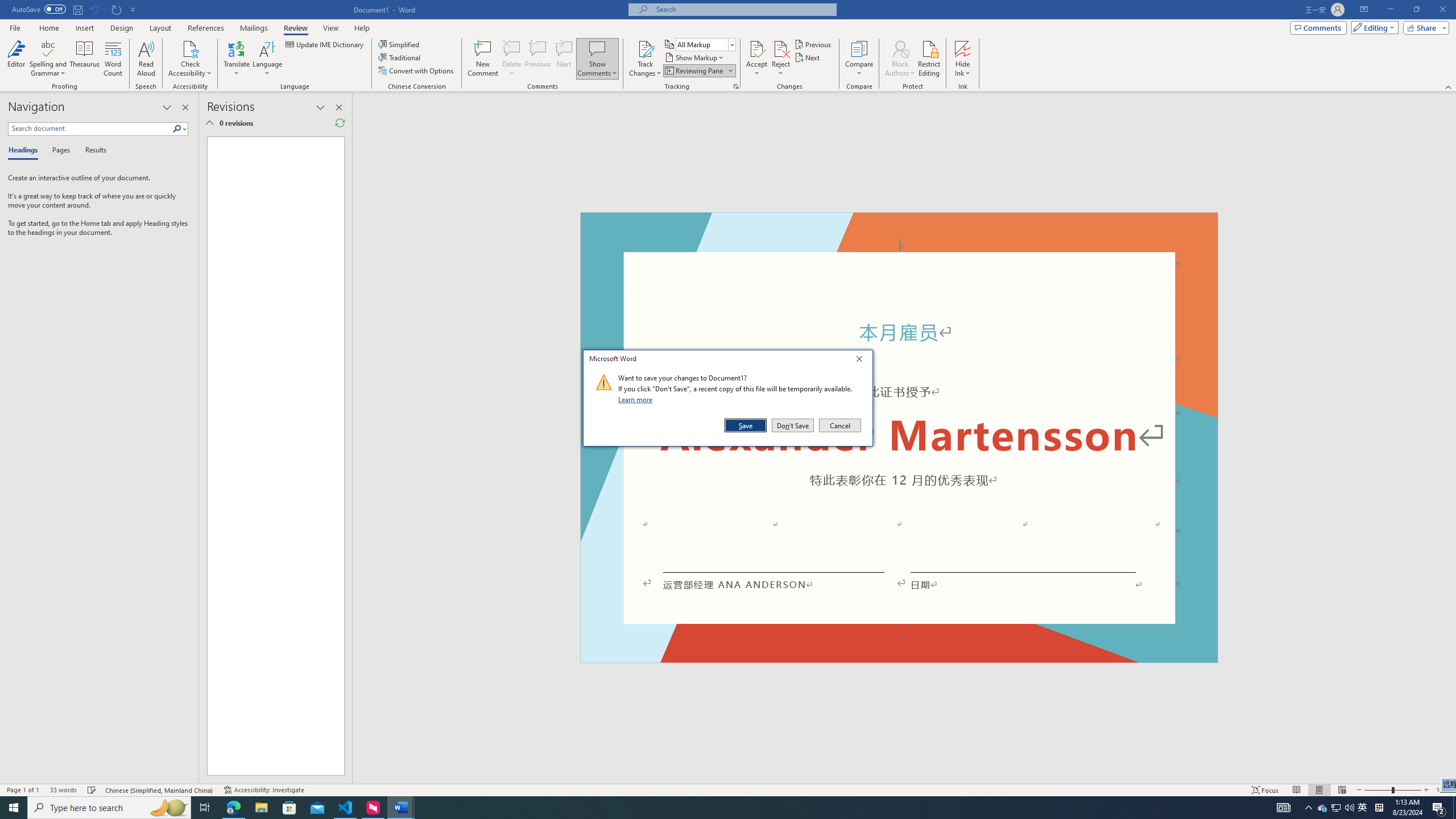 The width and height of the screenshot is (1456, 819). What do you see at coordinates (400, 44) in the screenshot?
I see `'Simplified'` at bounding box center [400, 44].